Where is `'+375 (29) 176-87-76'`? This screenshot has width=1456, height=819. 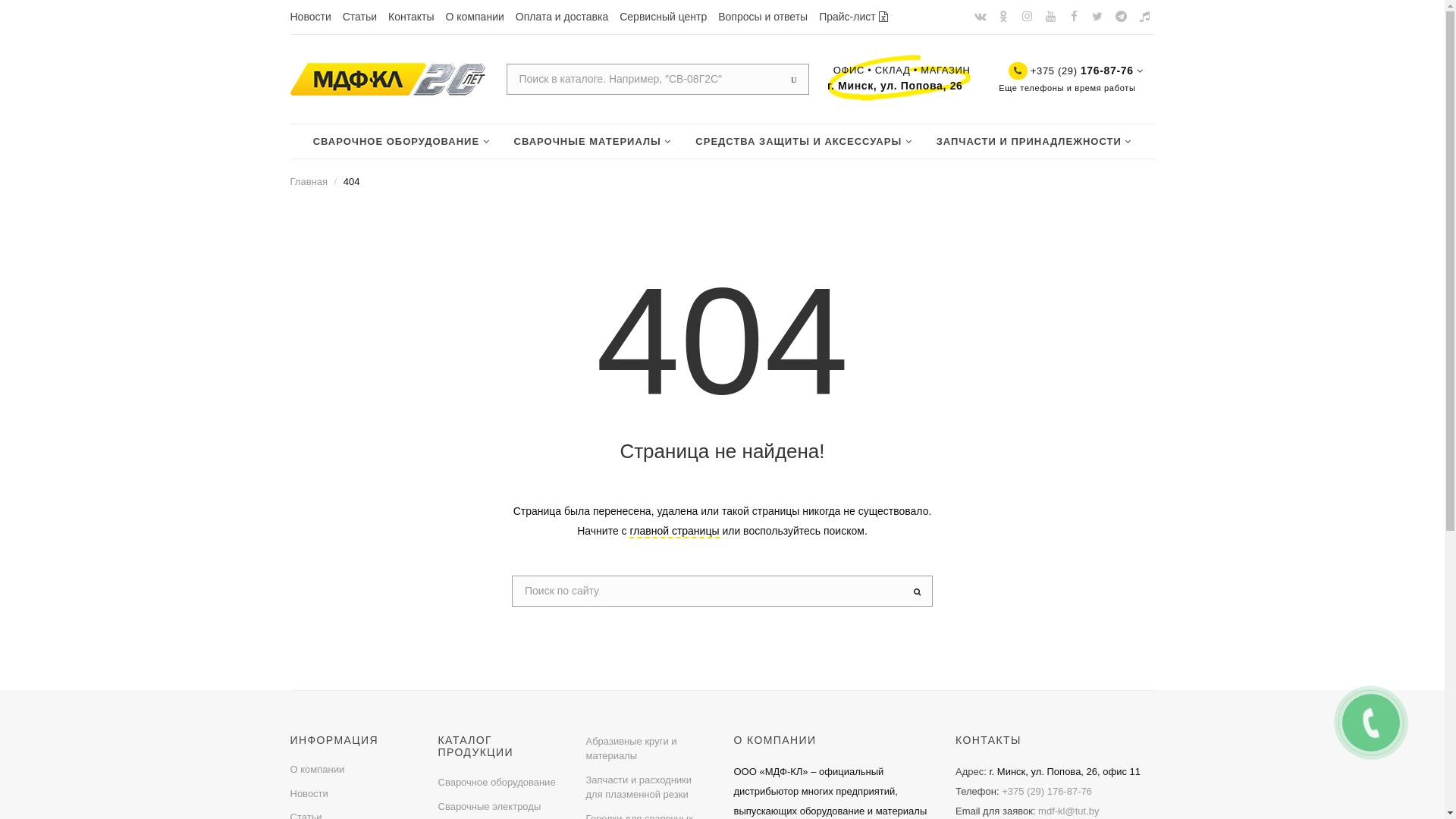 '+375 (29) 176-87-76' is located at coordinates (1046, 790).